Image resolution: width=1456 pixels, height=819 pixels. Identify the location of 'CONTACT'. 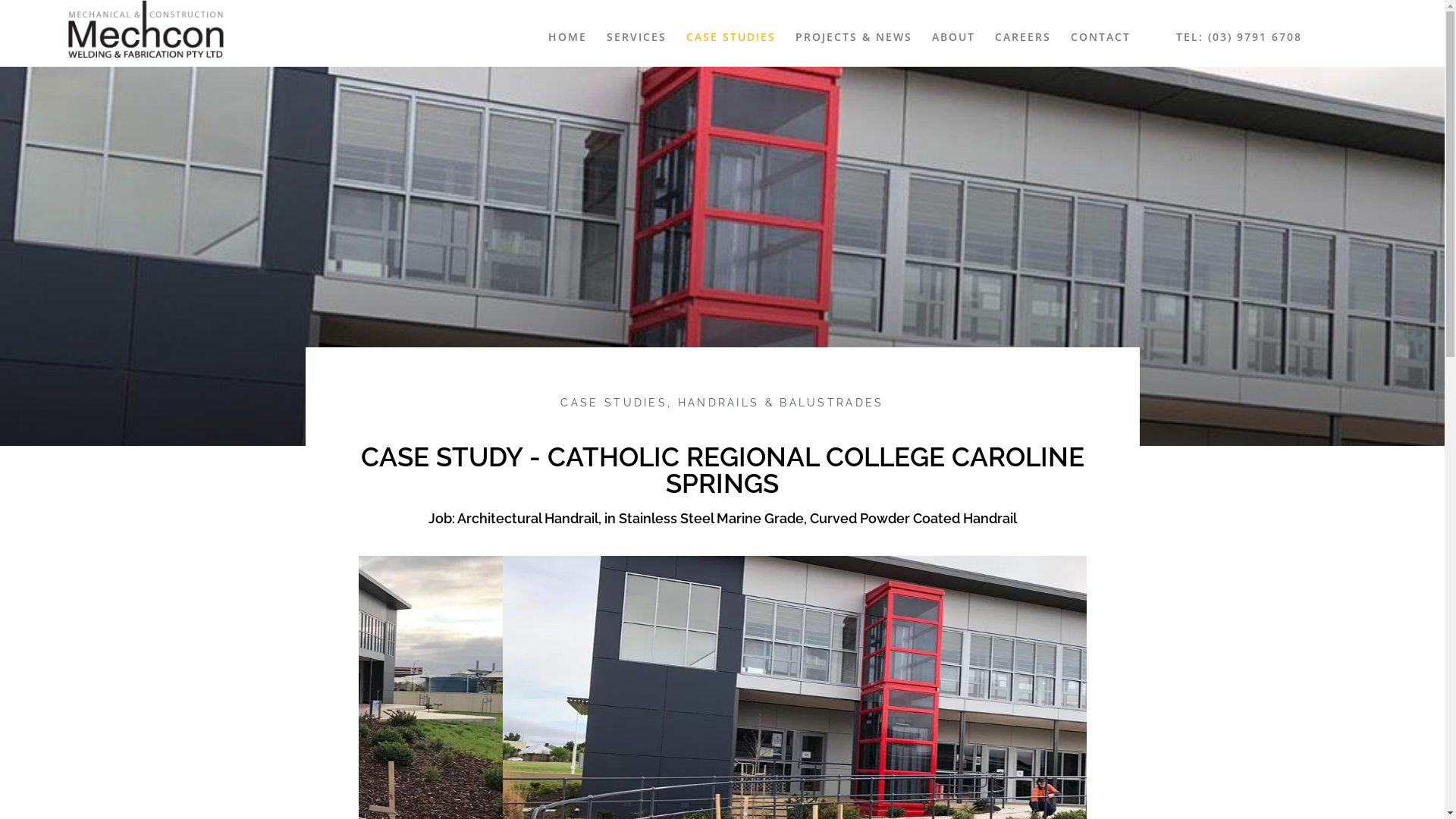
(1062, 36).